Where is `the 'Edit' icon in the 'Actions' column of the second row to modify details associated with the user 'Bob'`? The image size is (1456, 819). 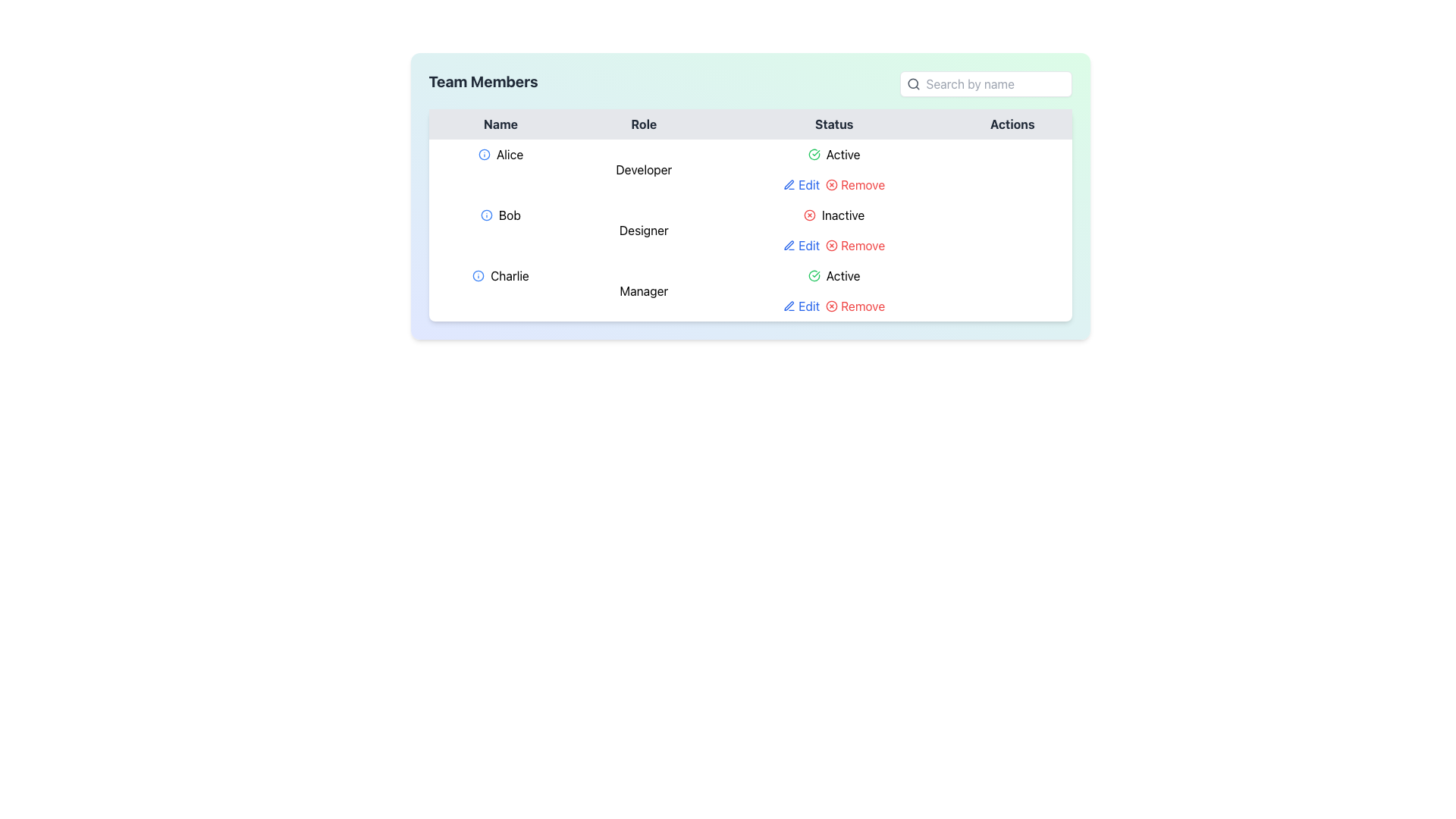
the 'Edit' icon in the 'Actions' column of the second row to modify details associated with the user 'Bob' is located at coordinates (789, 245).